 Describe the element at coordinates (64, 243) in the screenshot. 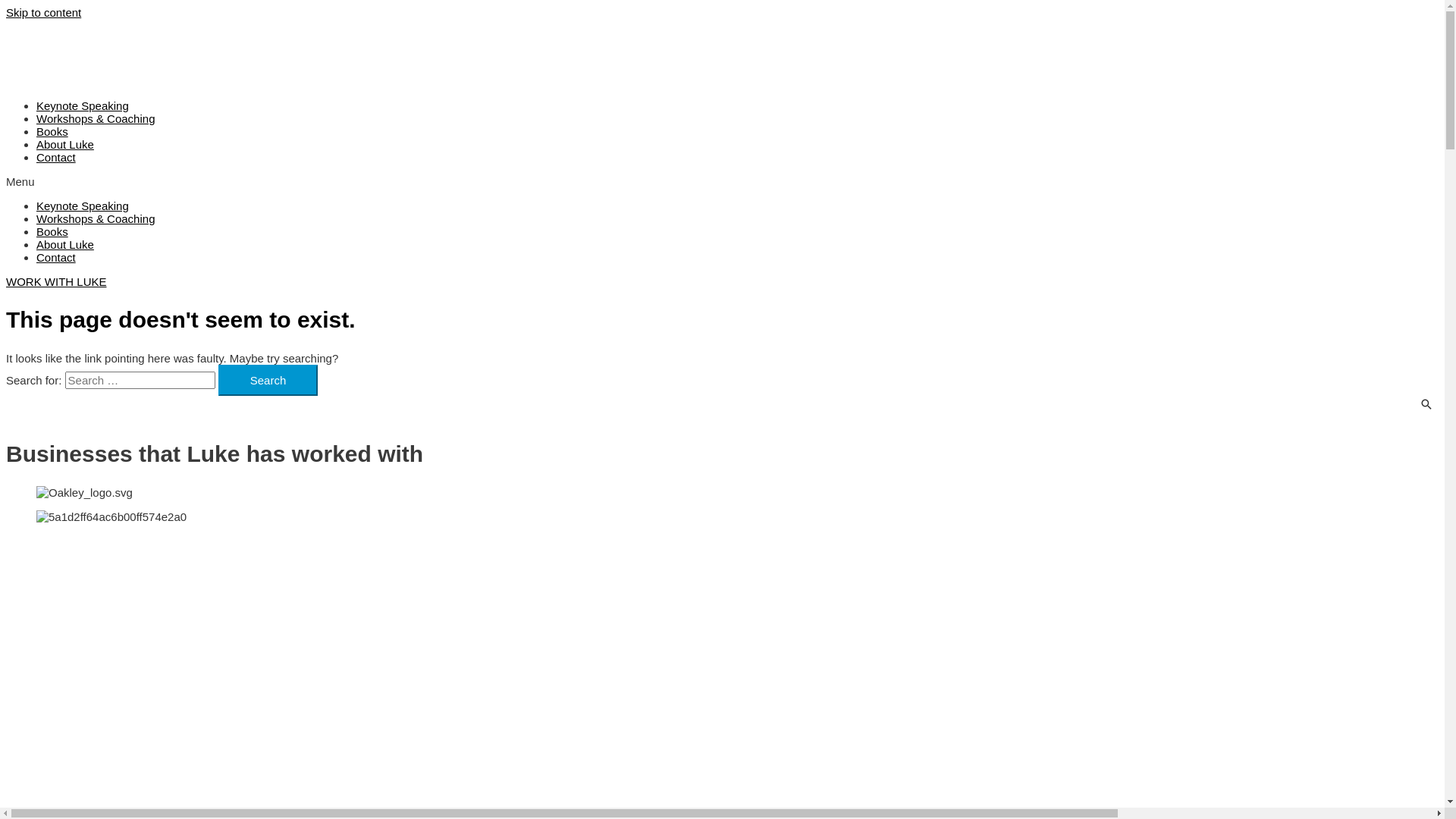

I see `'About Luke'` at that location.